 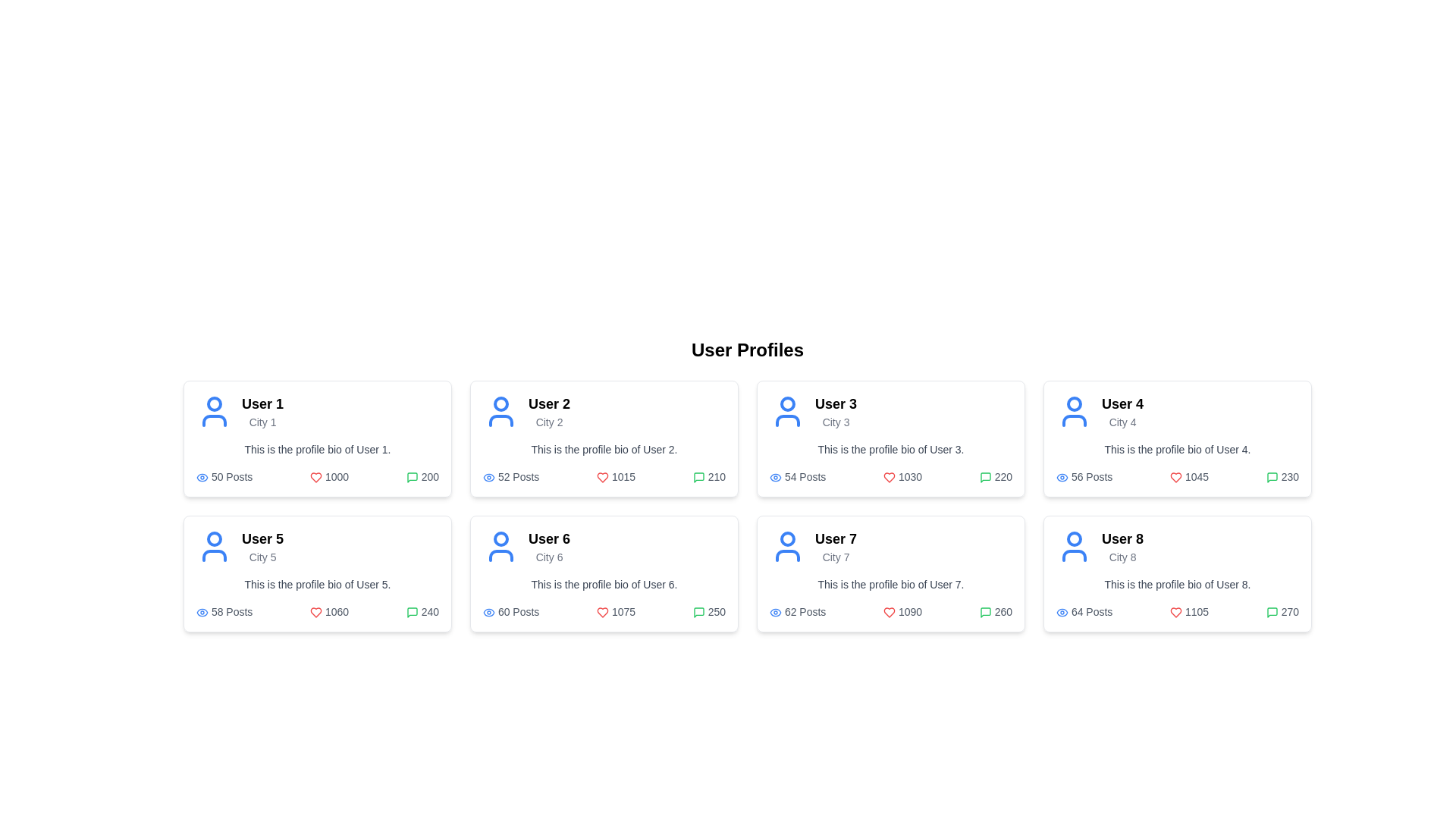 What do you see at coordinates (1073, 547) in the screenshot?
I see `the user profile icon associated with 'User 8' in the bottom-right corner of the grid layout` at bounding box center [1073, 547].